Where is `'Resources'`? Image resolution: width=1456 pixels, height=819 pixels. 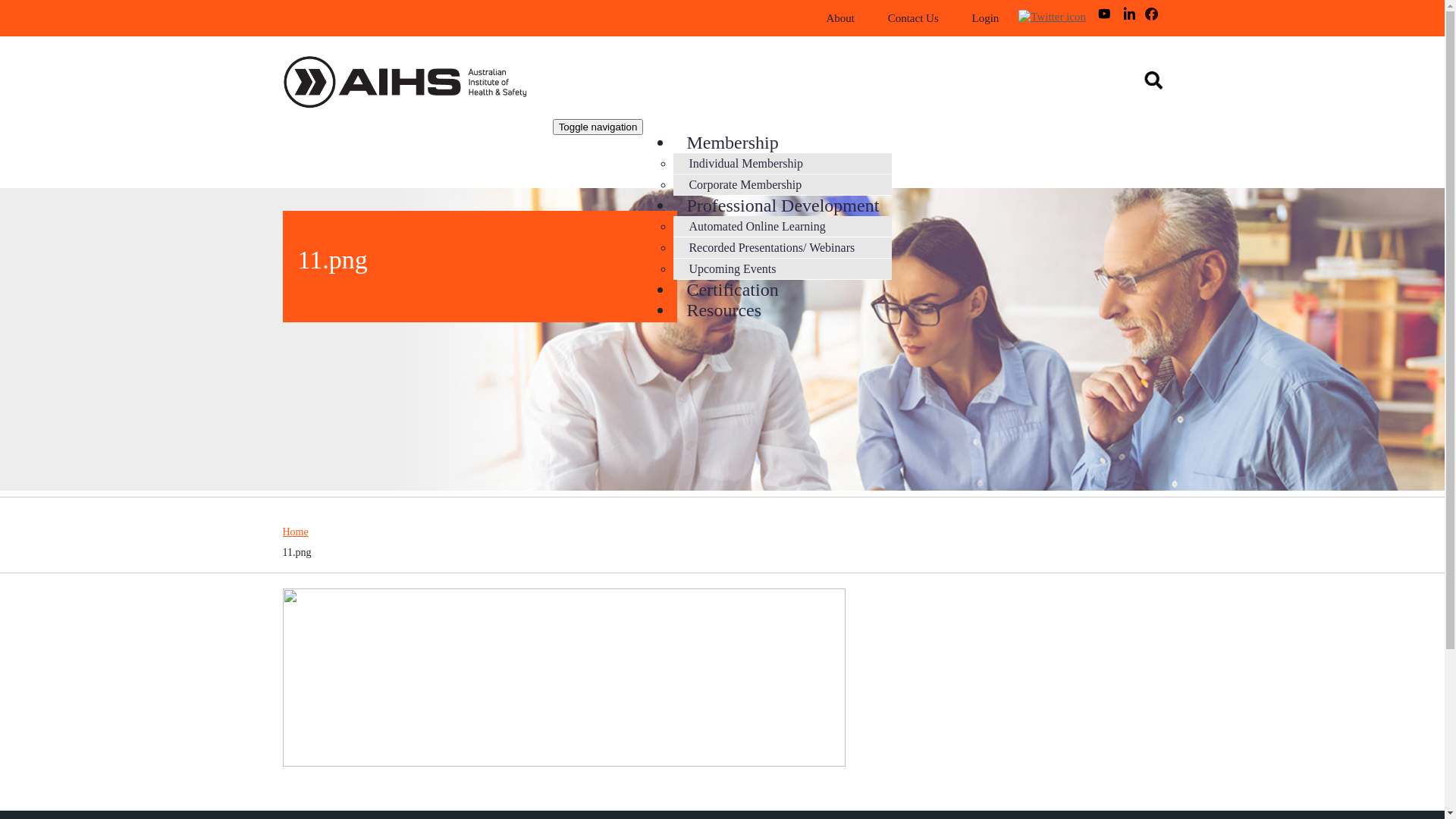
'Resources' is located at coordinates (723, 309).